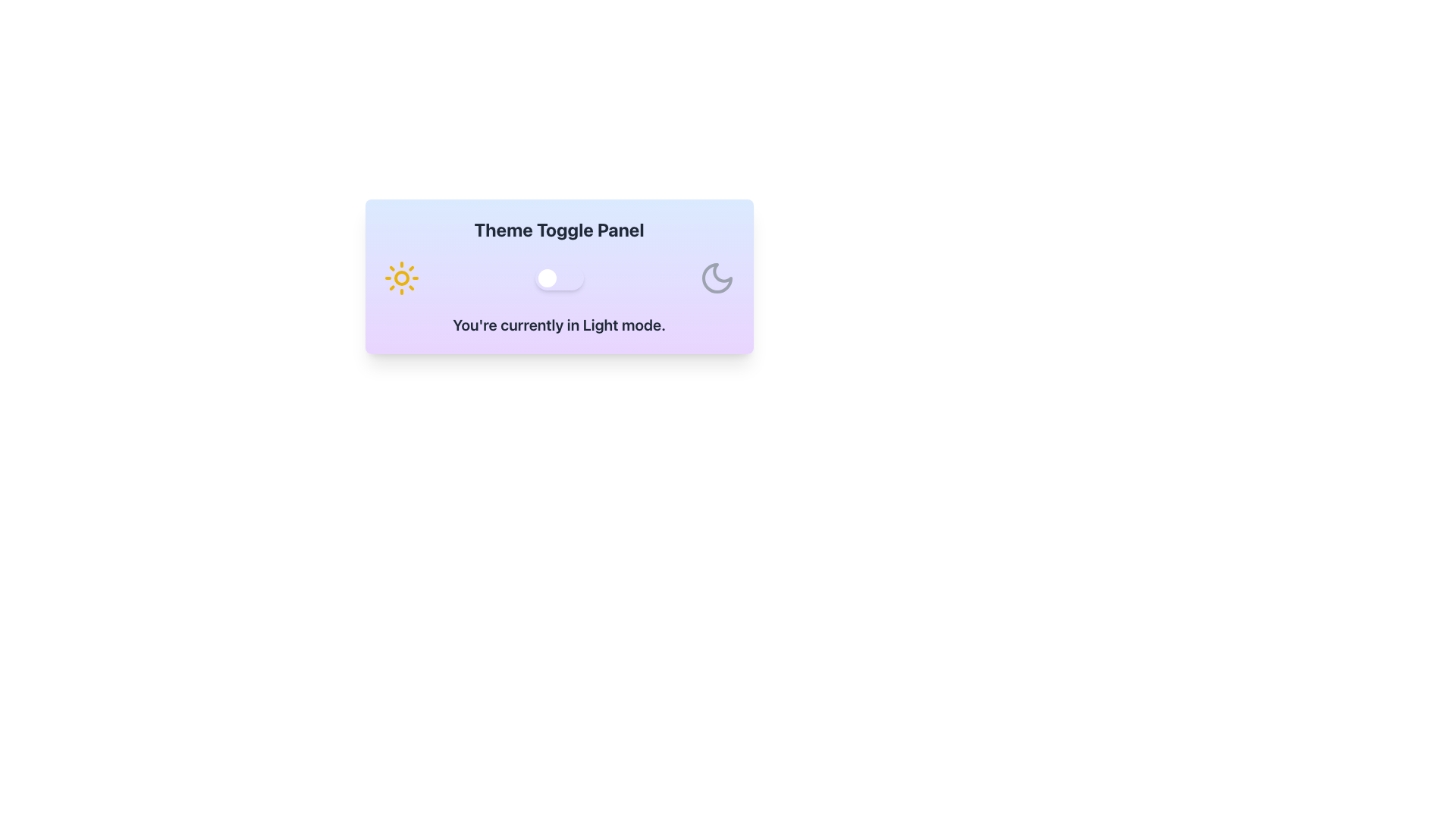  What do you see at coordinates (558, 324) in the screenshot?
I see `the Text Display that reads "You're currently in Light mode." which is located within the Theme Toggle Panel, styled with a bold font and a light gradient background` at bounding box center [558, 324].